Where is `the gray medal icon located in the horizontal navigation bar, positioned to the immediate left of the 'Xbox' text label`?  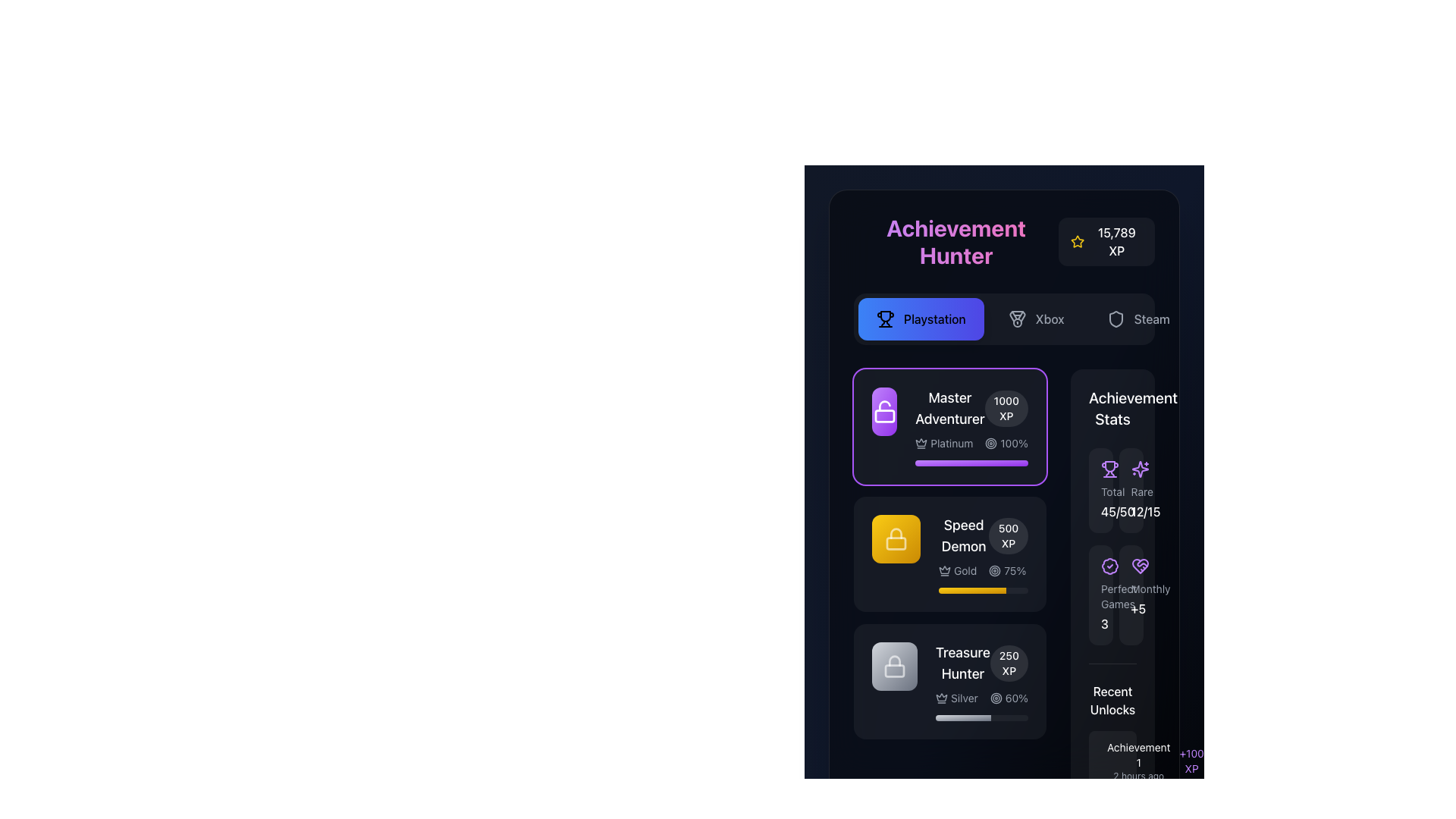
the gray medal icon located in the horizontal navigation bar, positioned to the immediate left of the 'Xbox' text label is located at coordinates (1017, 318).